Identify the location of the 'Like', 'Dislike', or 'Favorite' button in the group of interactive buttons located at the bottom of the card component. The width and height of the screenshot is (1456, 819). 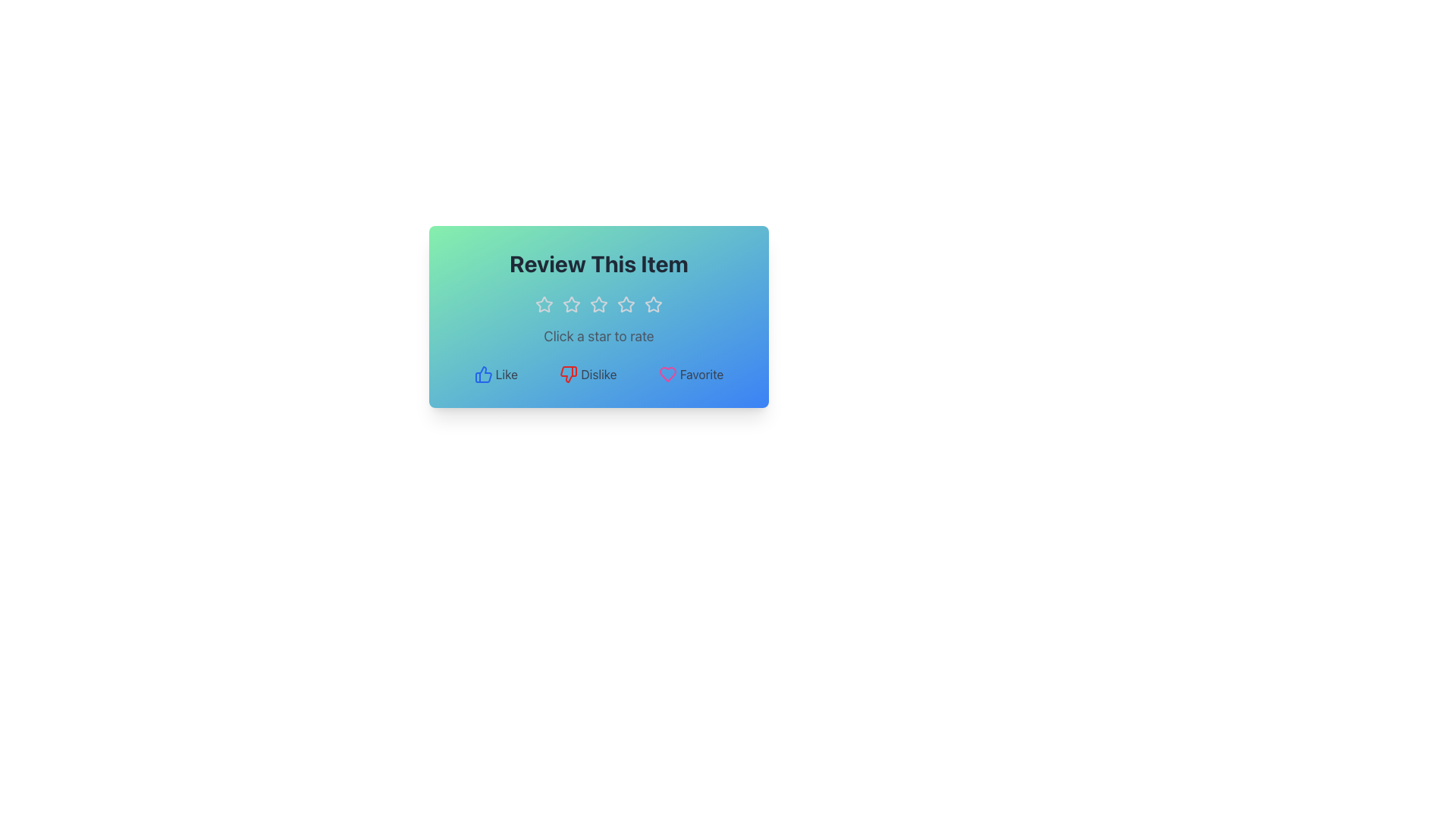
(598, 374).